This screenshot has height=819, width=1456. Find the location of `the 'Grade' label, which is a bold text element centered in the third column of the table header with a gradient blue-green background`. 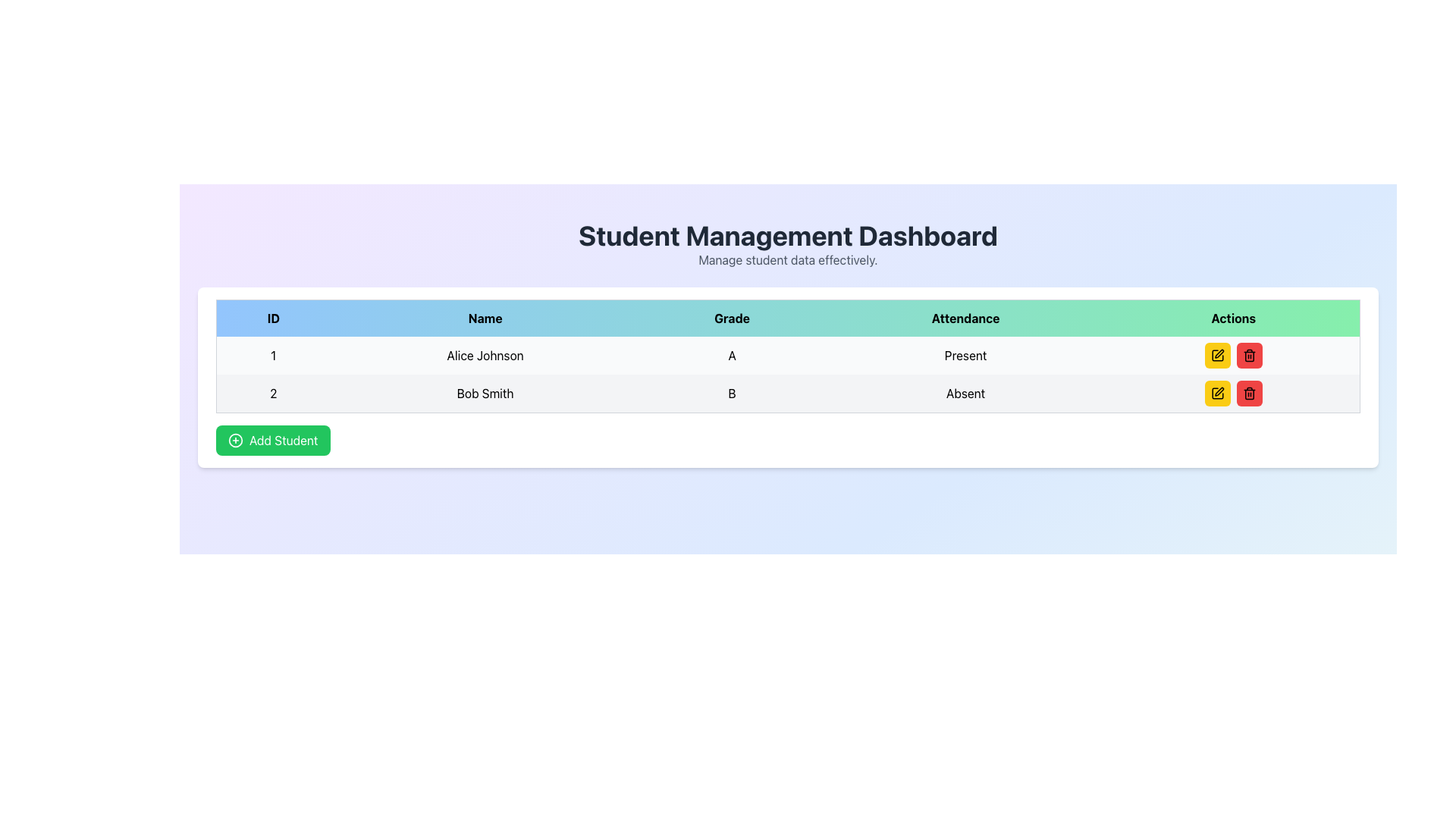

the 'Grade' label, which is a bold text element centered in the third column of the table header with a gradient blue-green background is located at coordinates (732, 317).